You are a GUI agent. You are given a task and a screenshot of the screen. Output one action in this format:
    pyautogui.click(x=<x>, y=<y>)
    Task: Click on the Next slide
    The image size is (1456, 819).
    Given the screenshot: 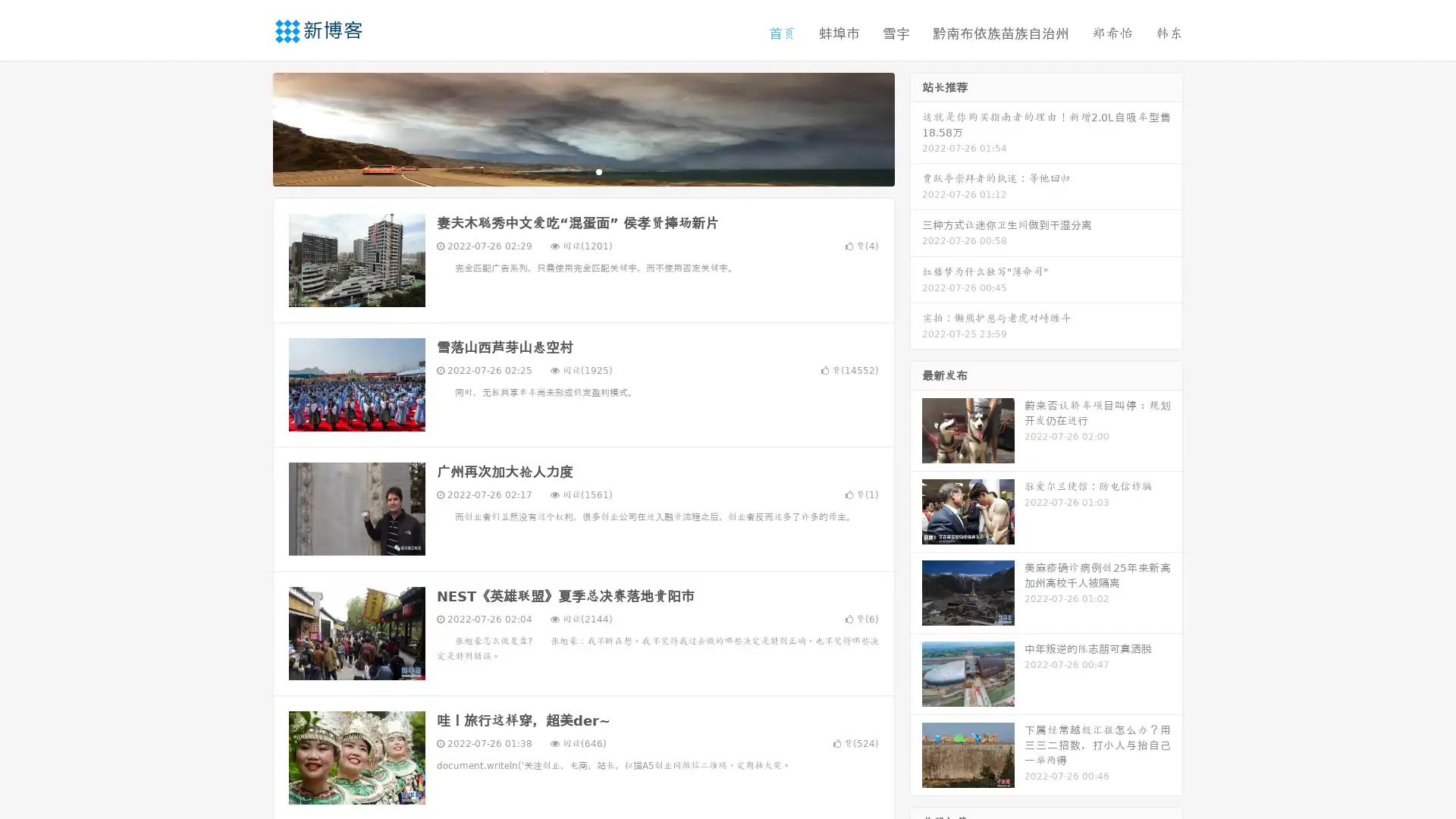 What is the action you would take?
    pyautogui.click(x=916, y=127)
    